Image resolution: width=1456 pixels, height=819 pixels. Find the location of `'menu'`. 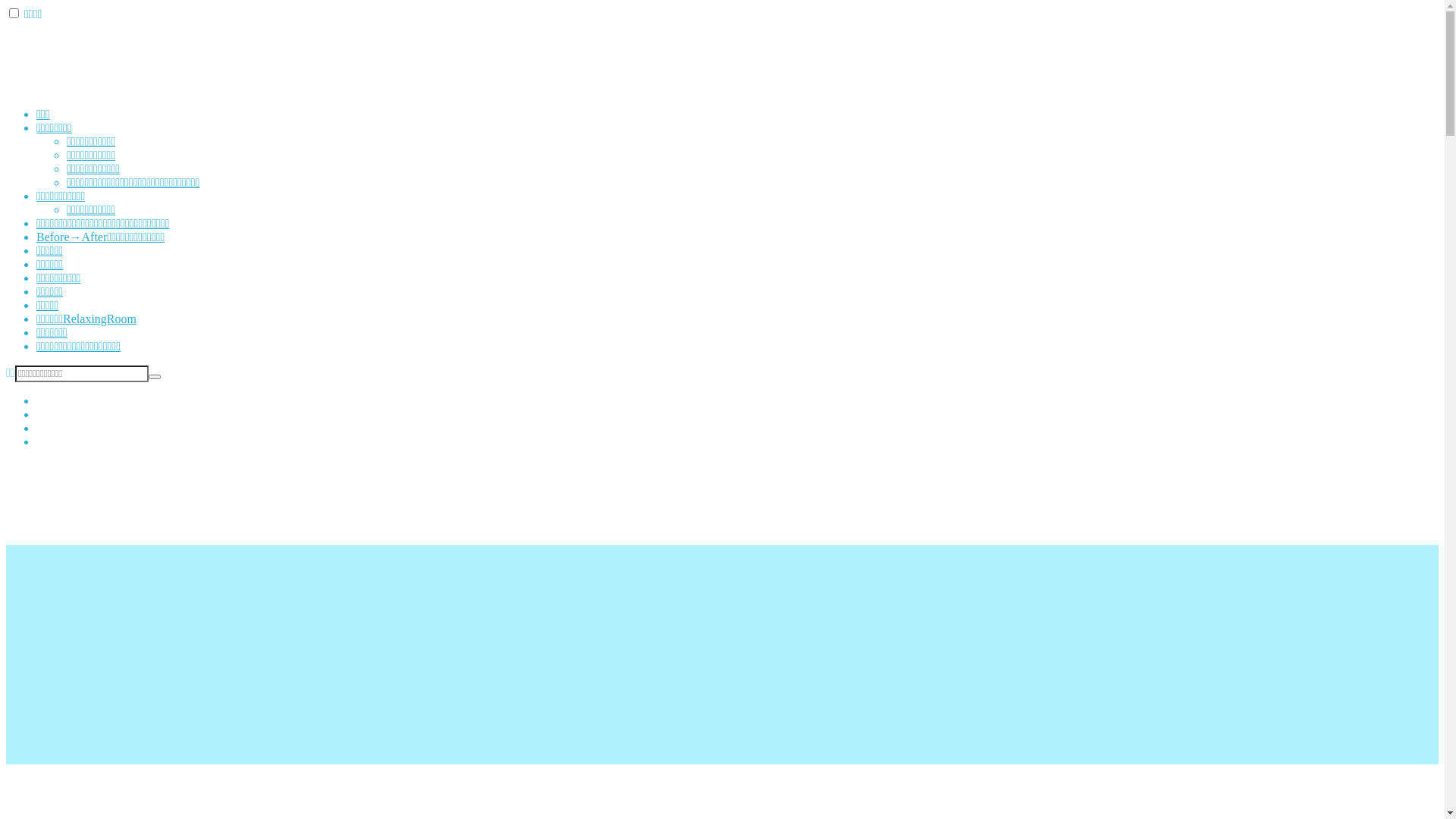

'menu' is located at coordinates (14, 13).